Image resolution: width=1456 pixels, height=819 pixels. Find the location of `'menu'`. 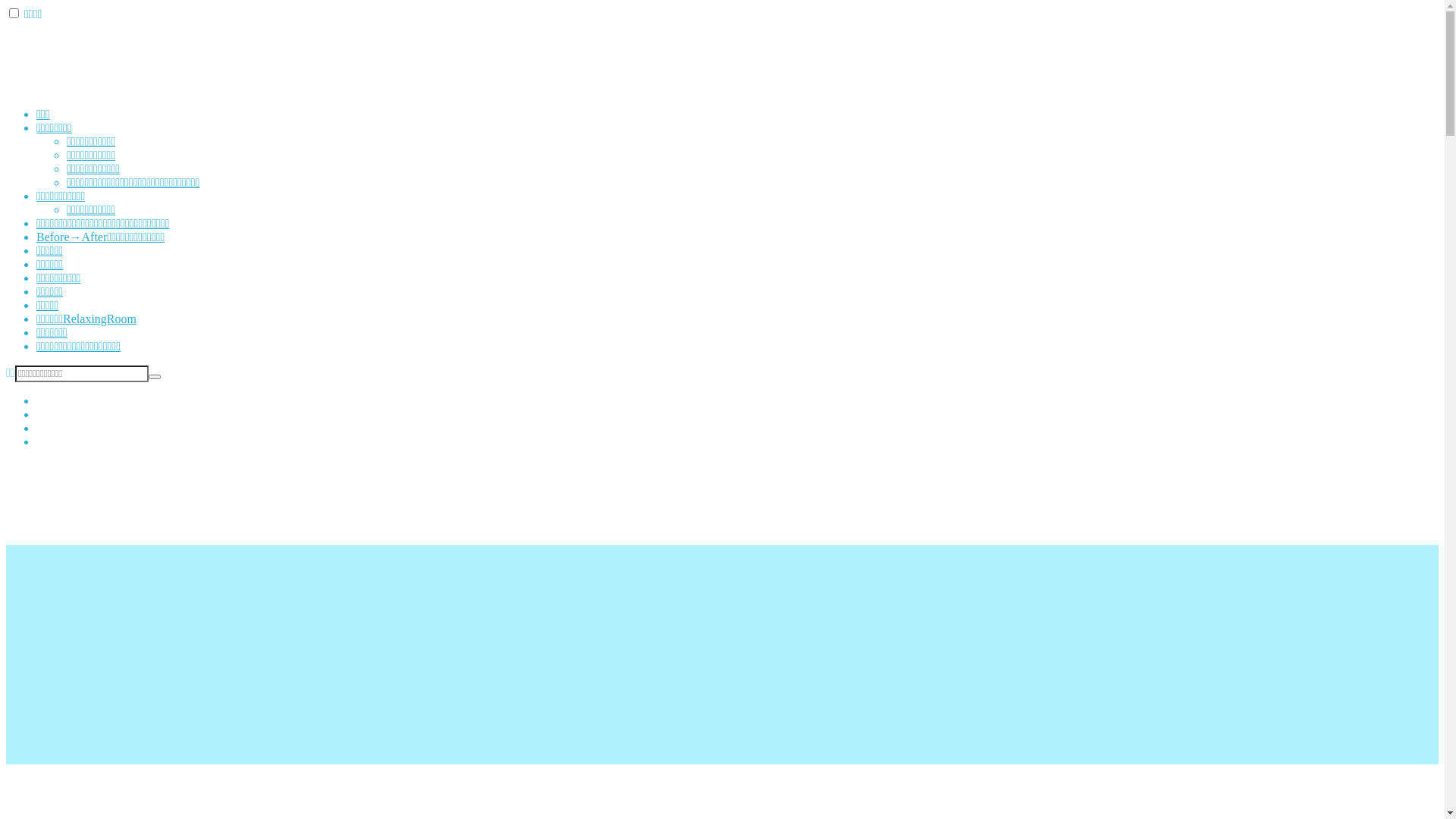

'menu' is located at coordinates (14, 13).